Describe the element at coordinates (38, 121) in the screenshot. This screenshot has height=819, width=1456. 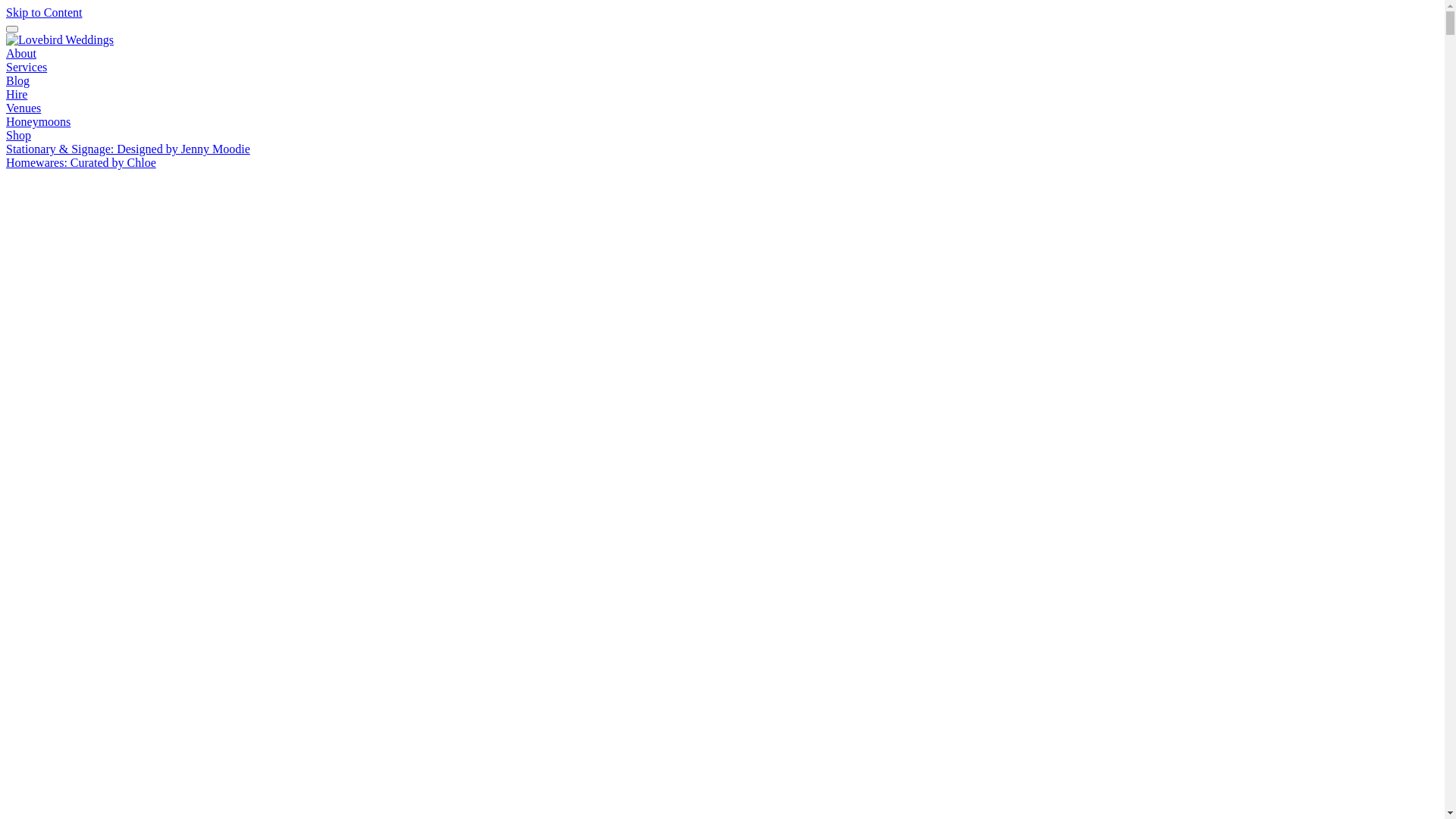
I see `'Honeymoons'` at that location.